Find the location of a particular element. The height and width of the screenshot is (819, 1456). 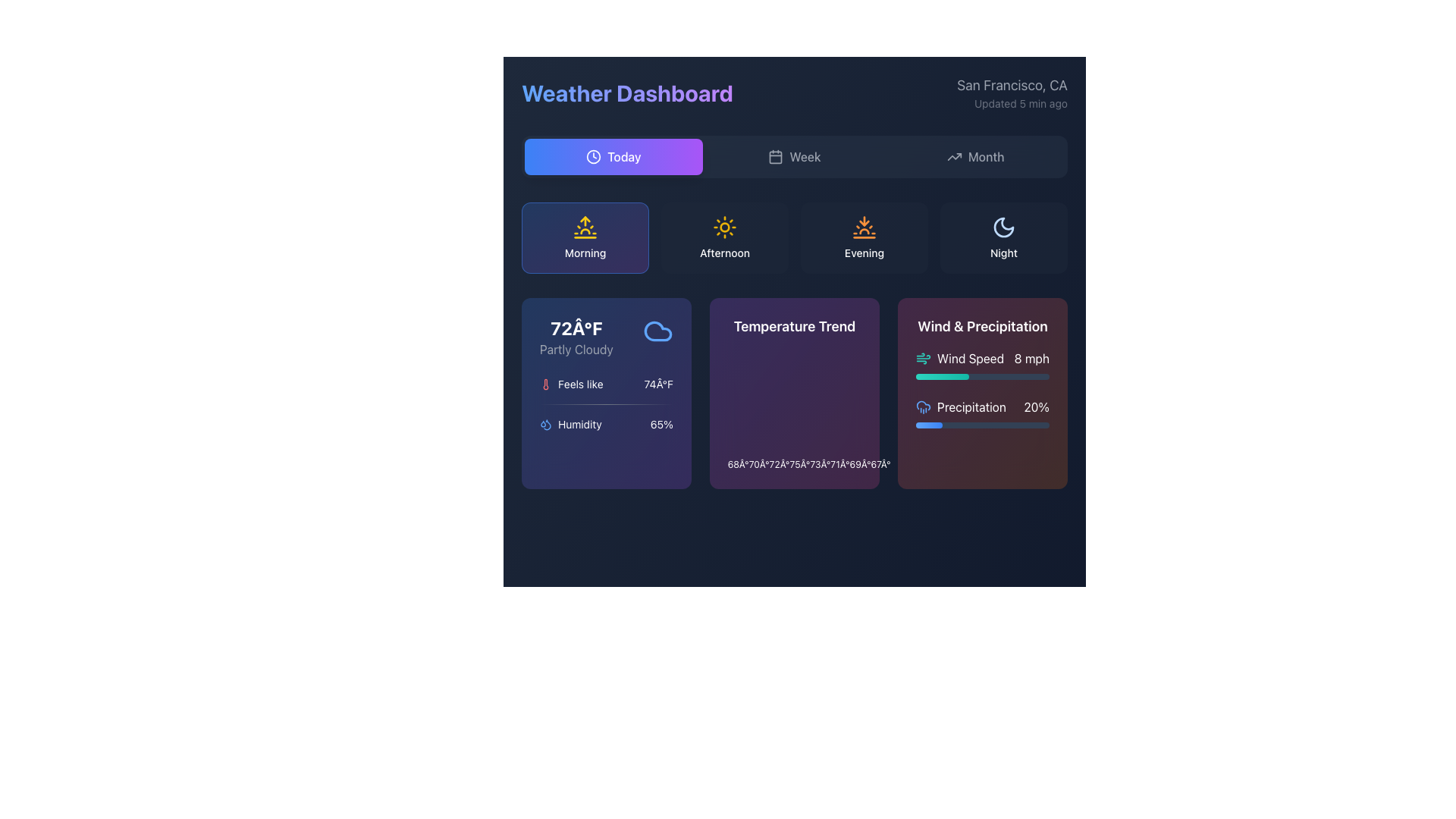

the Circular outline SVG element located in the header control bar, which is part of the 'Today' tab is located at coordinates (592, 157).